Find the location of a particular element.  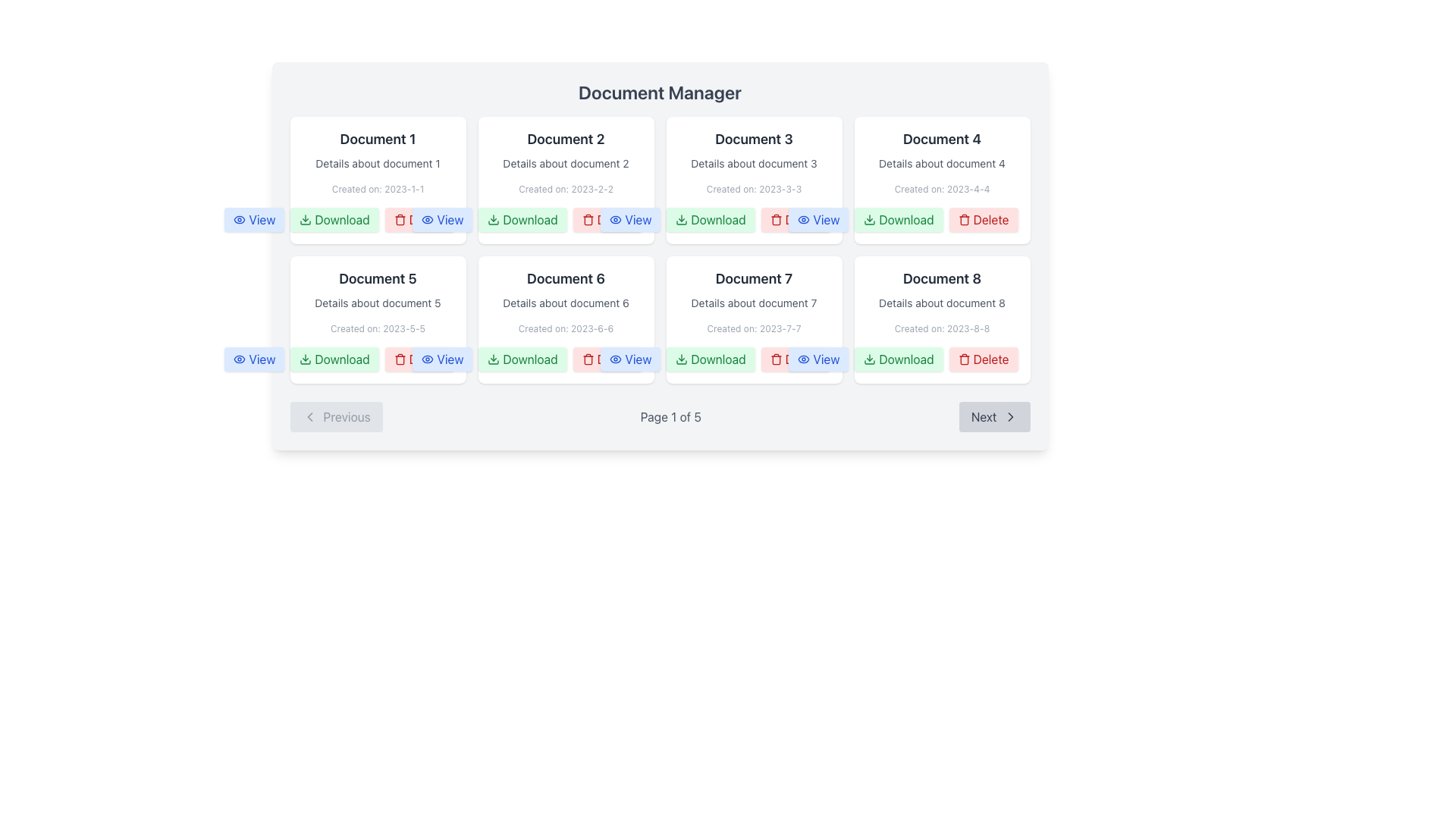

the green download icon, which is a downward arrow with a horizontal bar beneath it, located in the second column of the top row in the grid of documents, associated with 'Document 2' is located at coordinates (494, 219).